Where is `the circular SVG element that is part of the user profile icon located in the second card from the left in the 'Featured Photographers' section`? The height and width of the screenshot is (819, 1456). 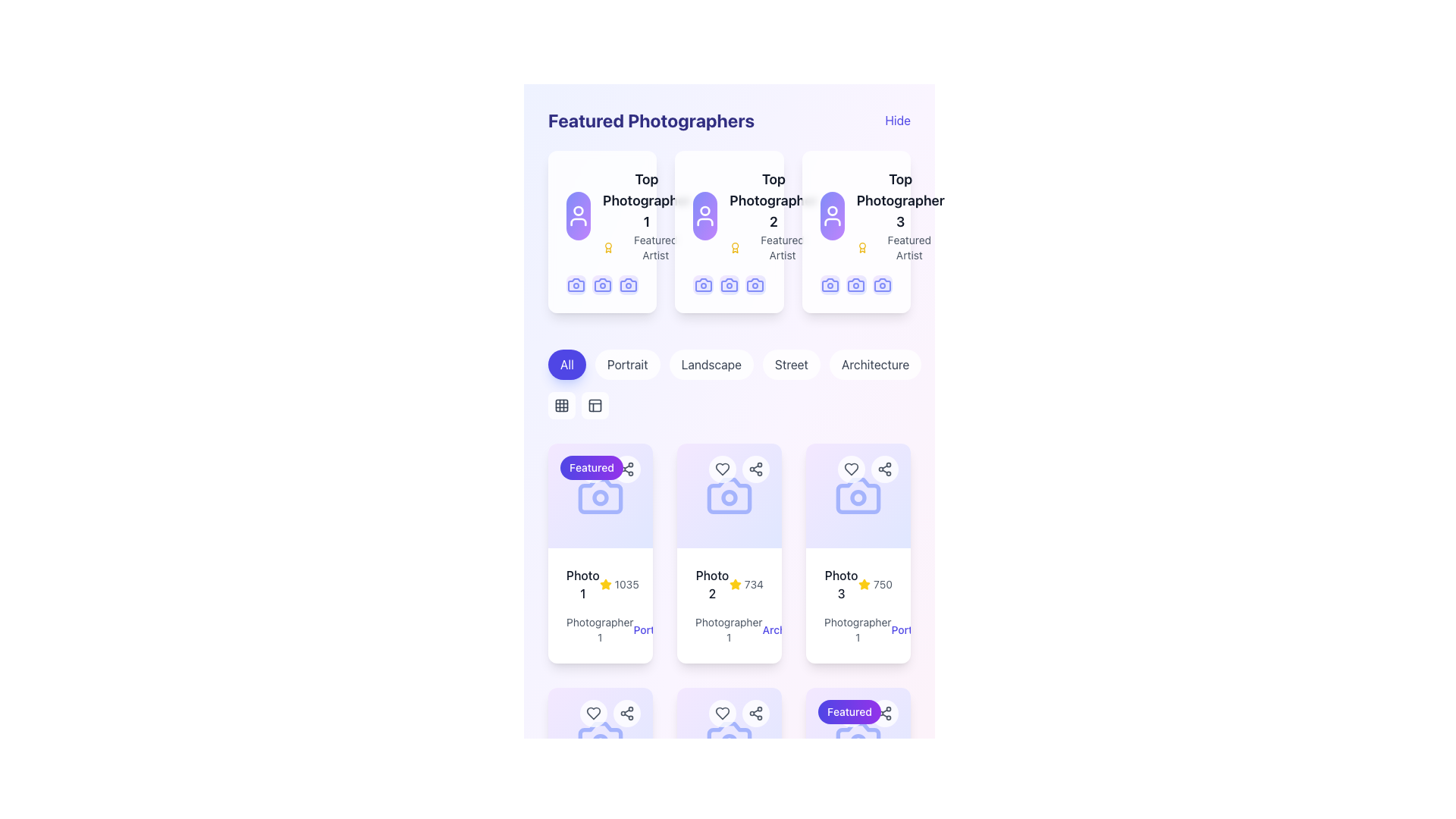
the circular SVG element that is part of the user profile icon located in the second card from the left in the 'Featured Photographers' section is located at coordinates (704, 211).